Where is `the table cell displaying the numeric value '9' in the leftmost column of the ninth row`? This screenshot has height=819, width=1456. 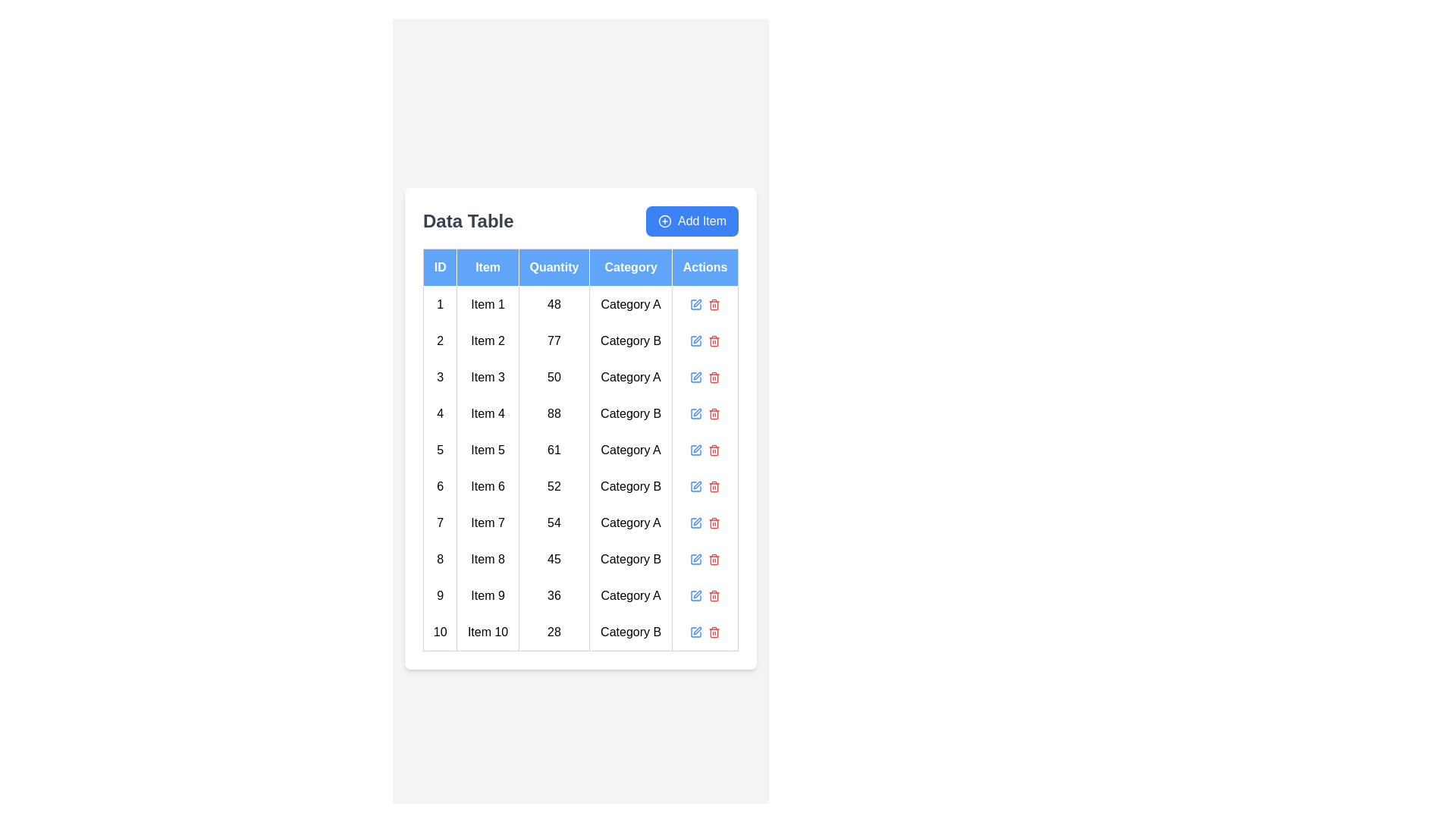
the table cell displaying the numeric value '9' in the leftmost column of the ninth row is located at coordinates (439, 595).